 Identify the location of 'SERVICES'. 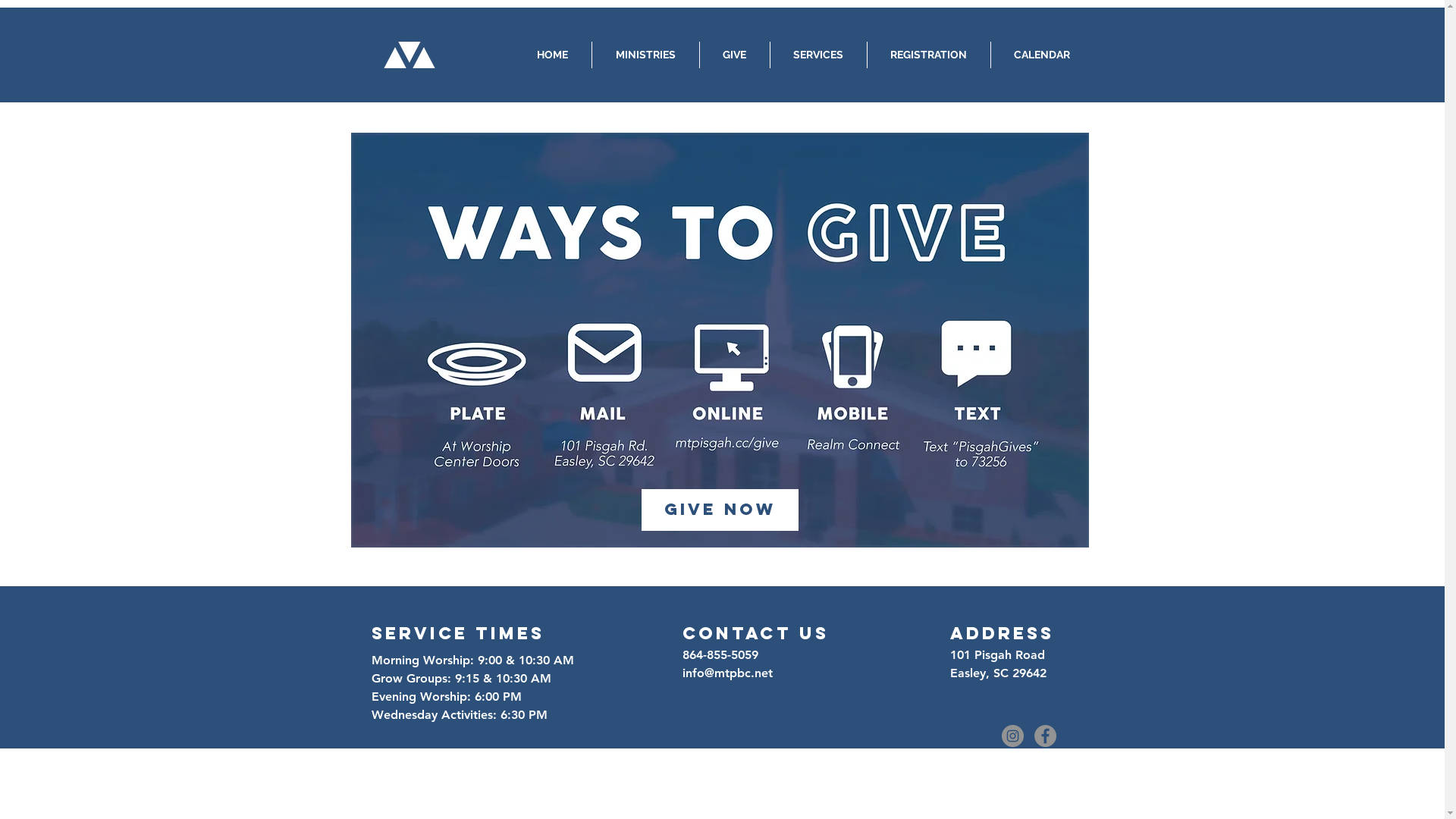
(817, 54).